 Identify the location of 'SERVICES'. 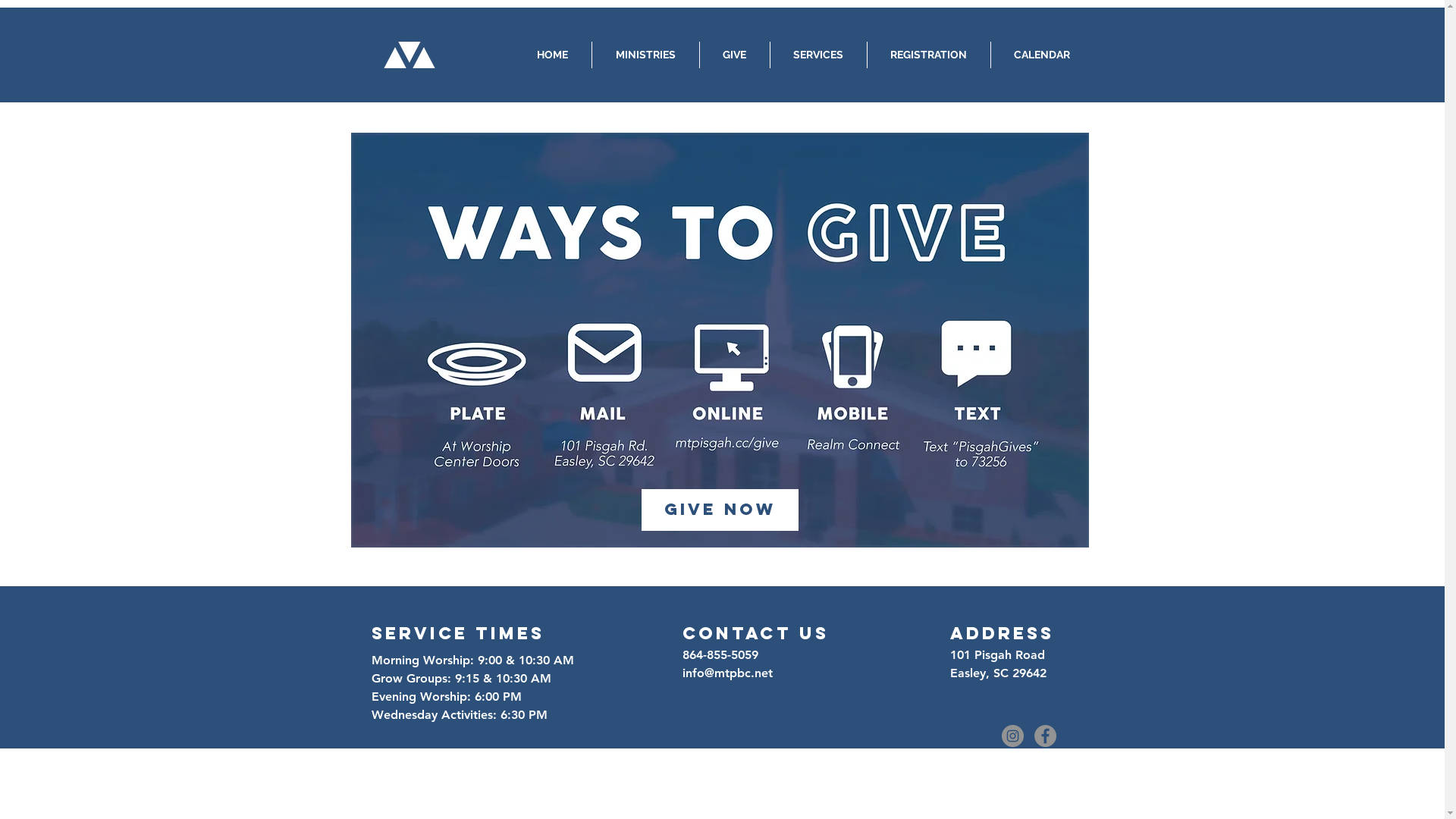
(817, 54).